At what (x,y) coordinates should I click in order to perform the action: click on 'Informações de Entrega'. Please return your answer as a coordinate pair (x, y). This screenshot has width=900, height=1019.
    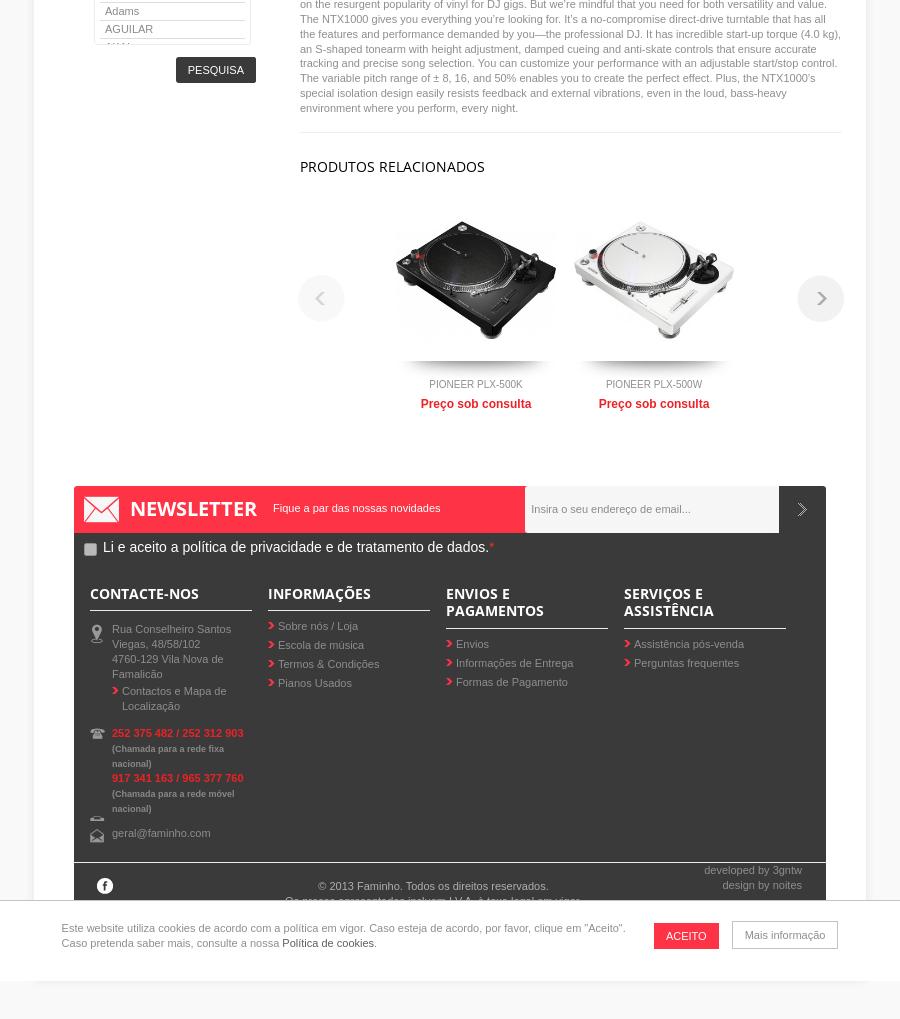
    Looking at the image, I should click on (513, 661).